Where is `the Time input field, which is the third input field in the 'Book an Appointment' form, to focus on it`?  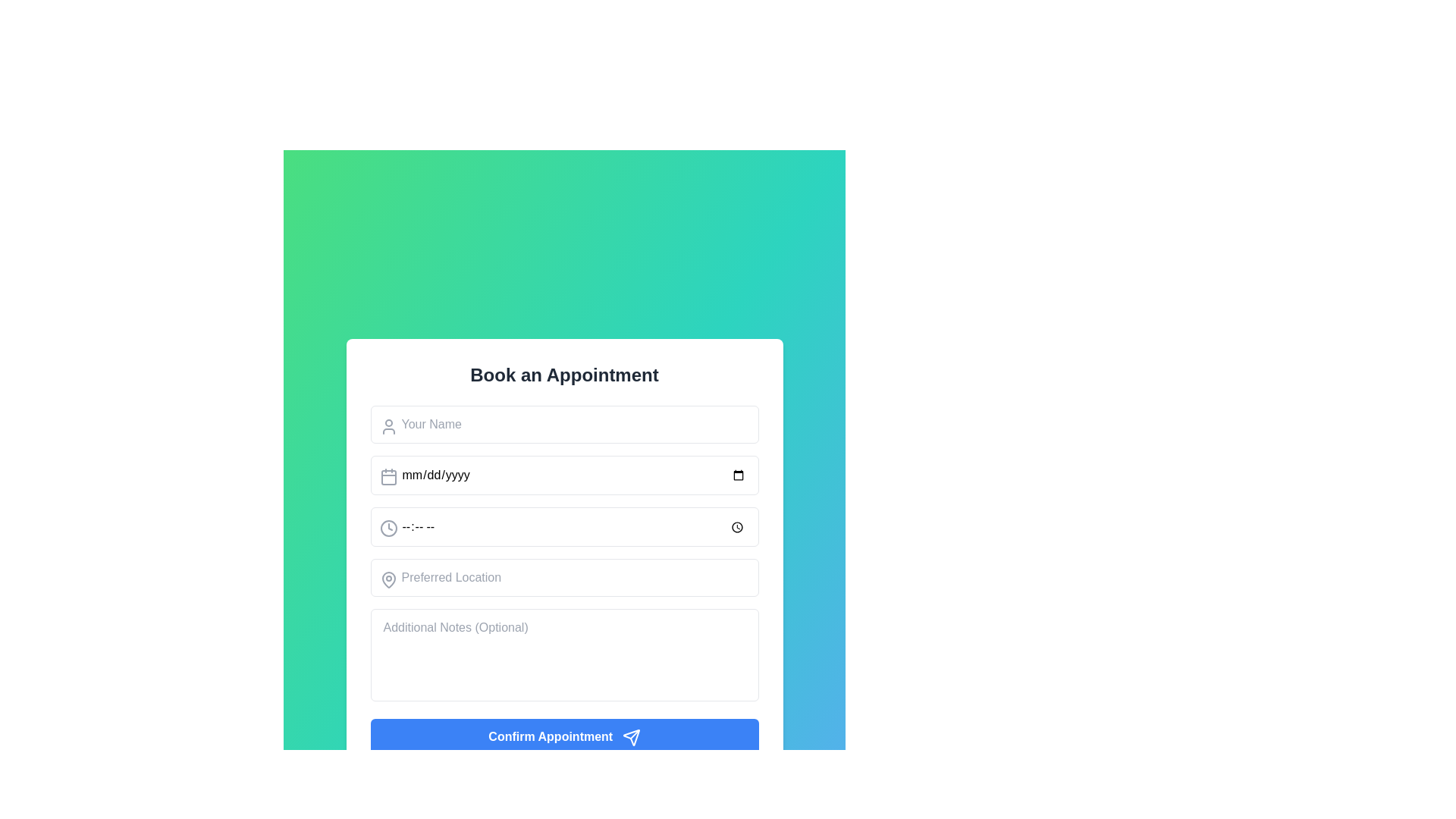 the Time input field, which is the third input field in the 'Book an Appointment' form, to focus on it is located at coordinates (563, 526).